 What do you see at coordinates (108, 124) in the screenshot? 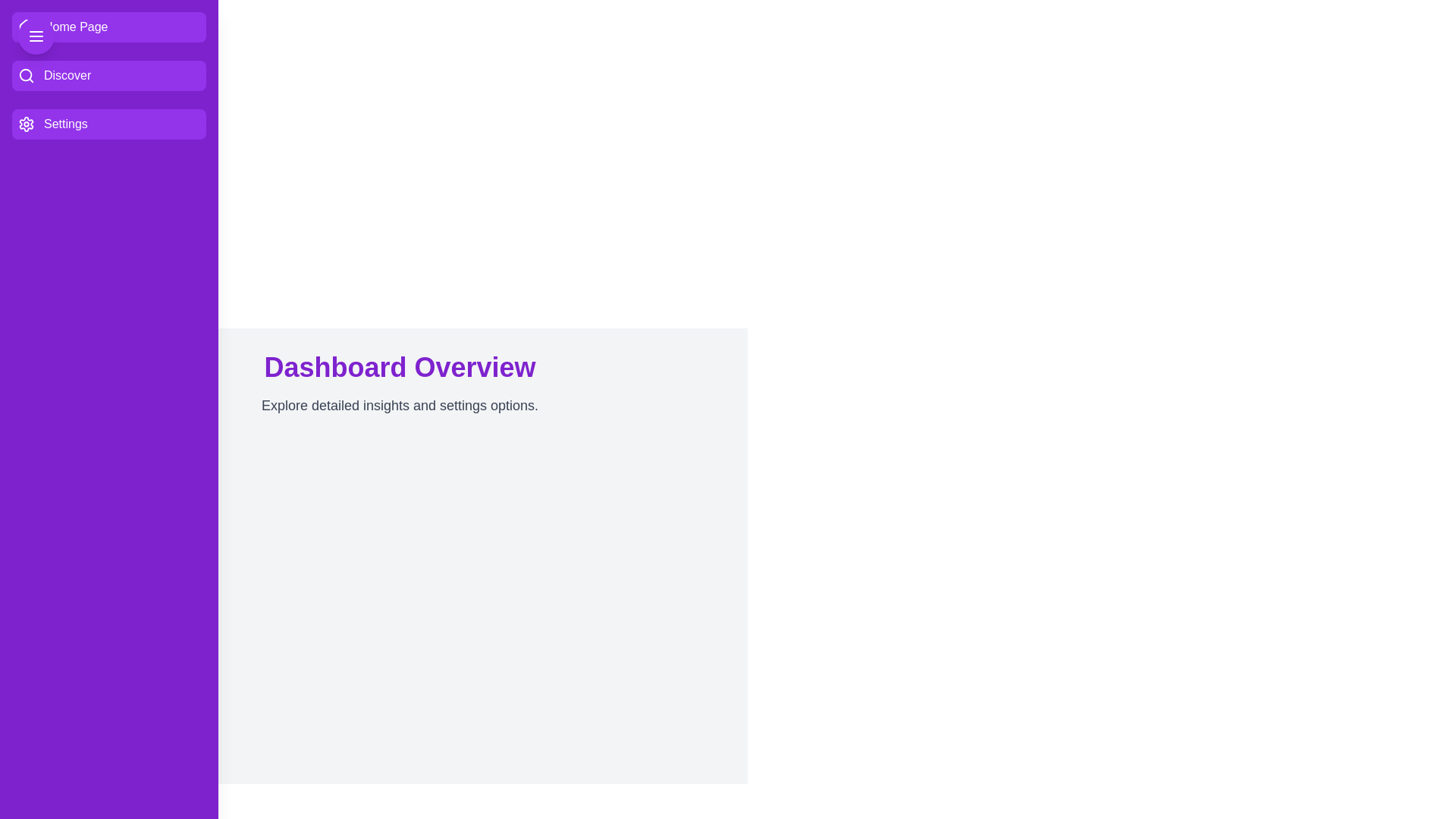
I see `the 'Settings' button in the drawer to navigate to the 'Settings' section` at bounding box center [108, 124].